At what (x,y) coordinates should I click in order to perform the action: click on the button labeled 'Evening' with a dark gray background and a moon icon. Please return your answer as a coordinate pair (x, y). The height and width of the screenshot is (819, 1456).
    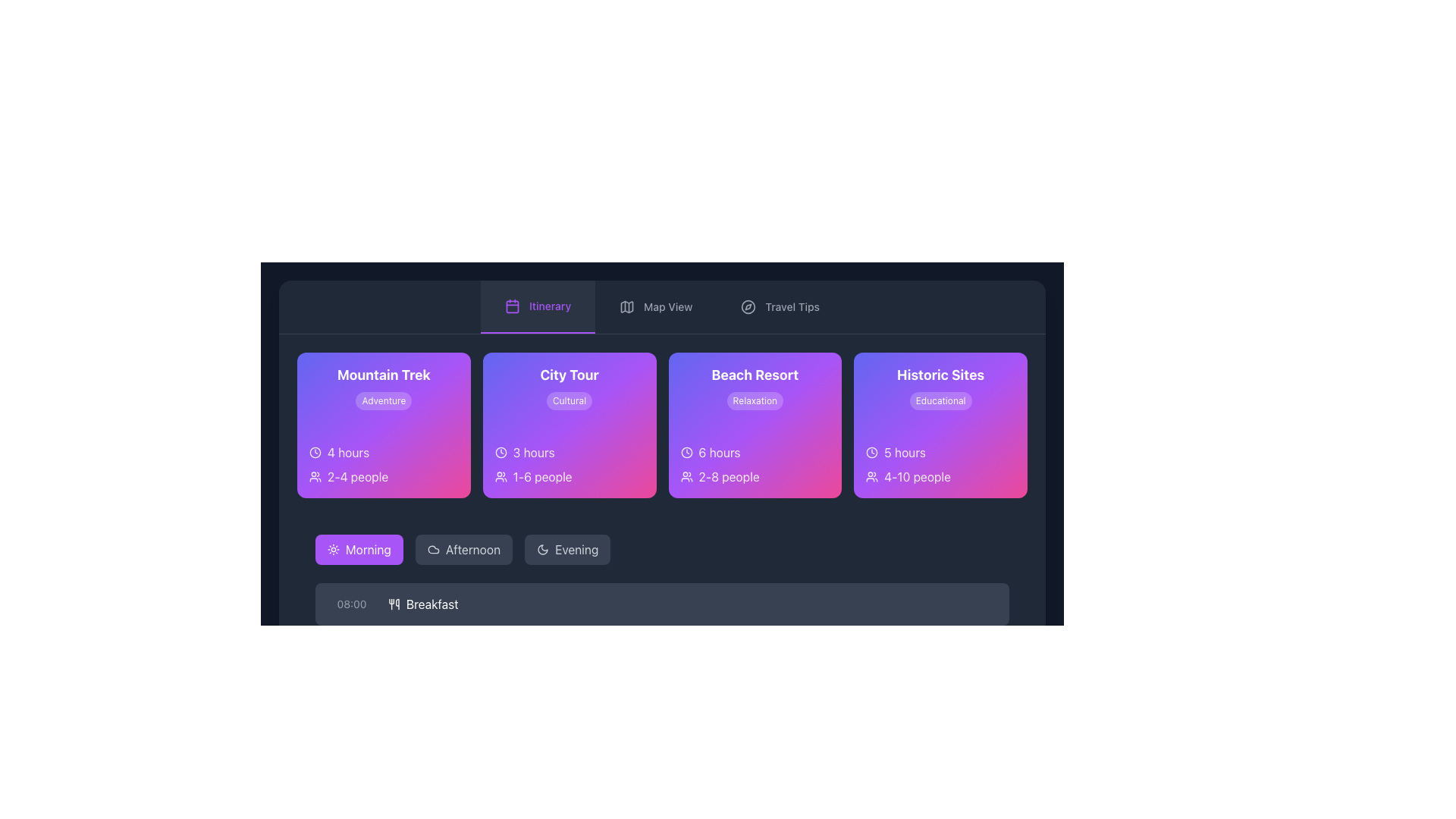
    Looking at the image, I should click on (566, 550).